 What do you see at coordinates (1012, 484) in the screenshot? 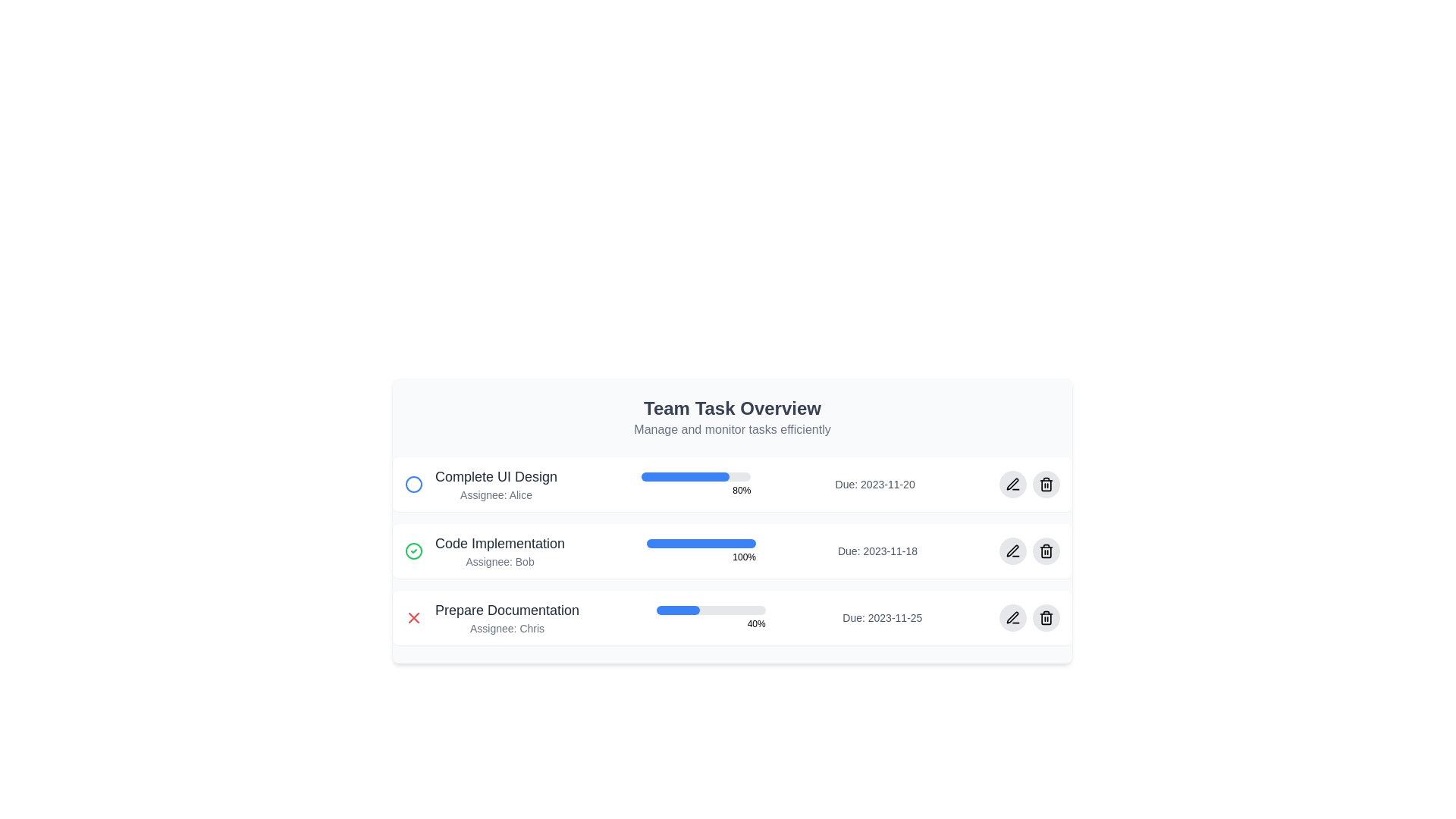
I see `the pen-like icon button located in the rightmost section of the 'Code Implementation' row` at bounding box center [1012, 484].